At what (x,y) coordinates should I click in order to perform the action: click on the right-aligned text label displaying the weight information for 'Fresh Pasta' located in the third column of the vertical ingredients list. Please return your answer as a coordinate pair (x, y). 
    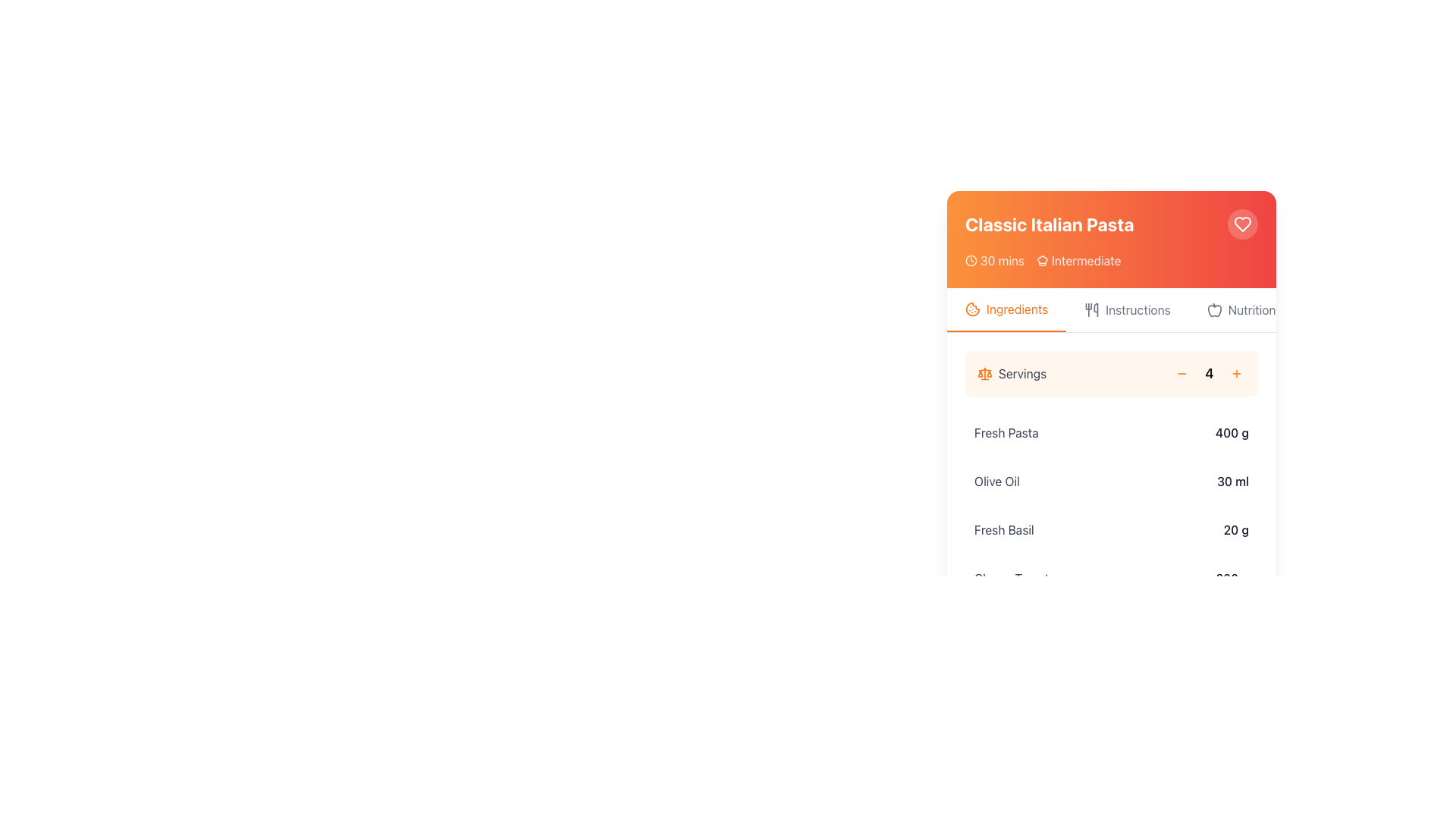
    Looking at the image, I should click on (1232, 432).